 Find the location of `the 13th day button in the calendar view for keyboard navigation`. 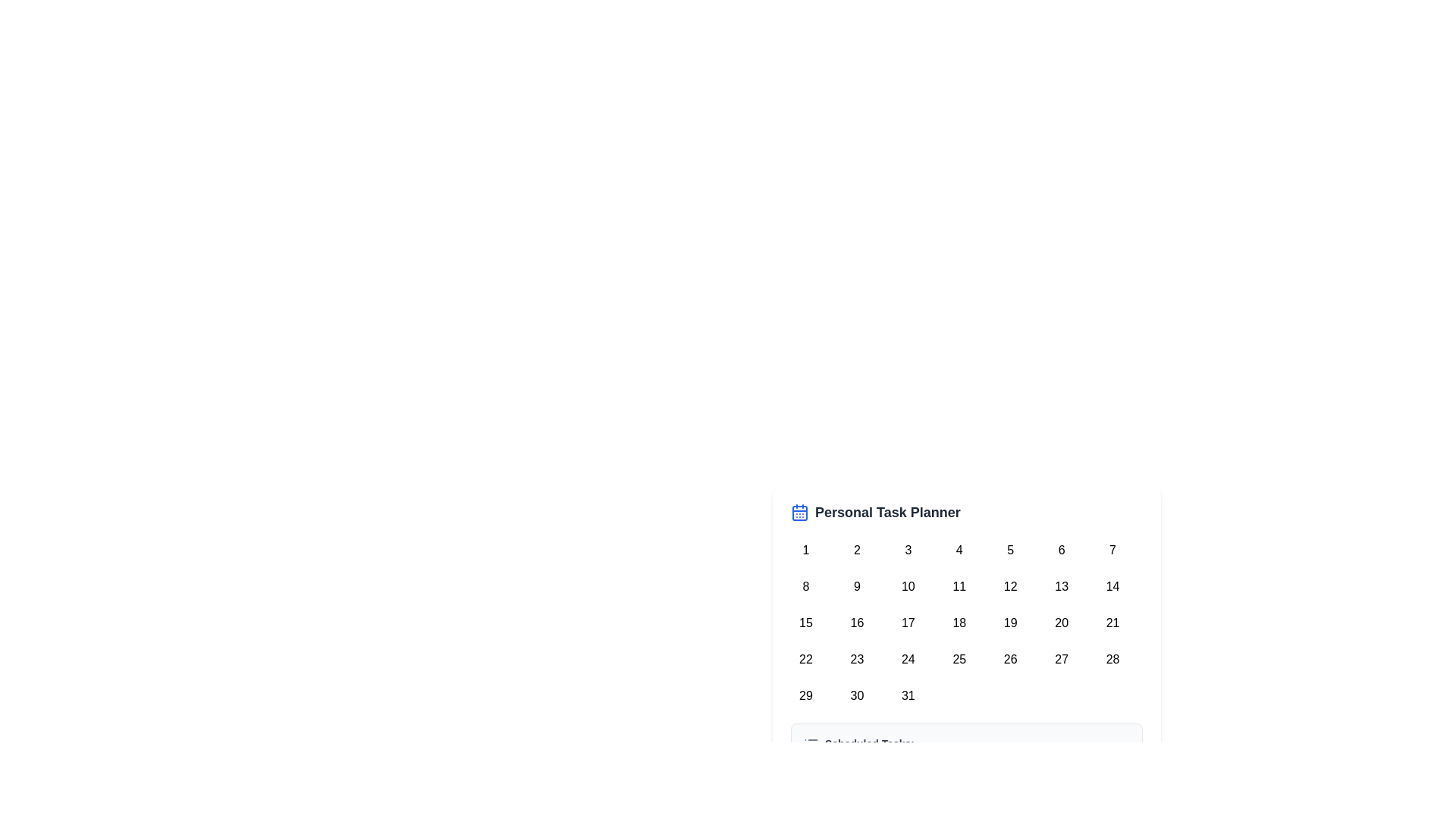

the 13th day button in the calendar view for keyboard navigation is located at coordinates (1061, 586).